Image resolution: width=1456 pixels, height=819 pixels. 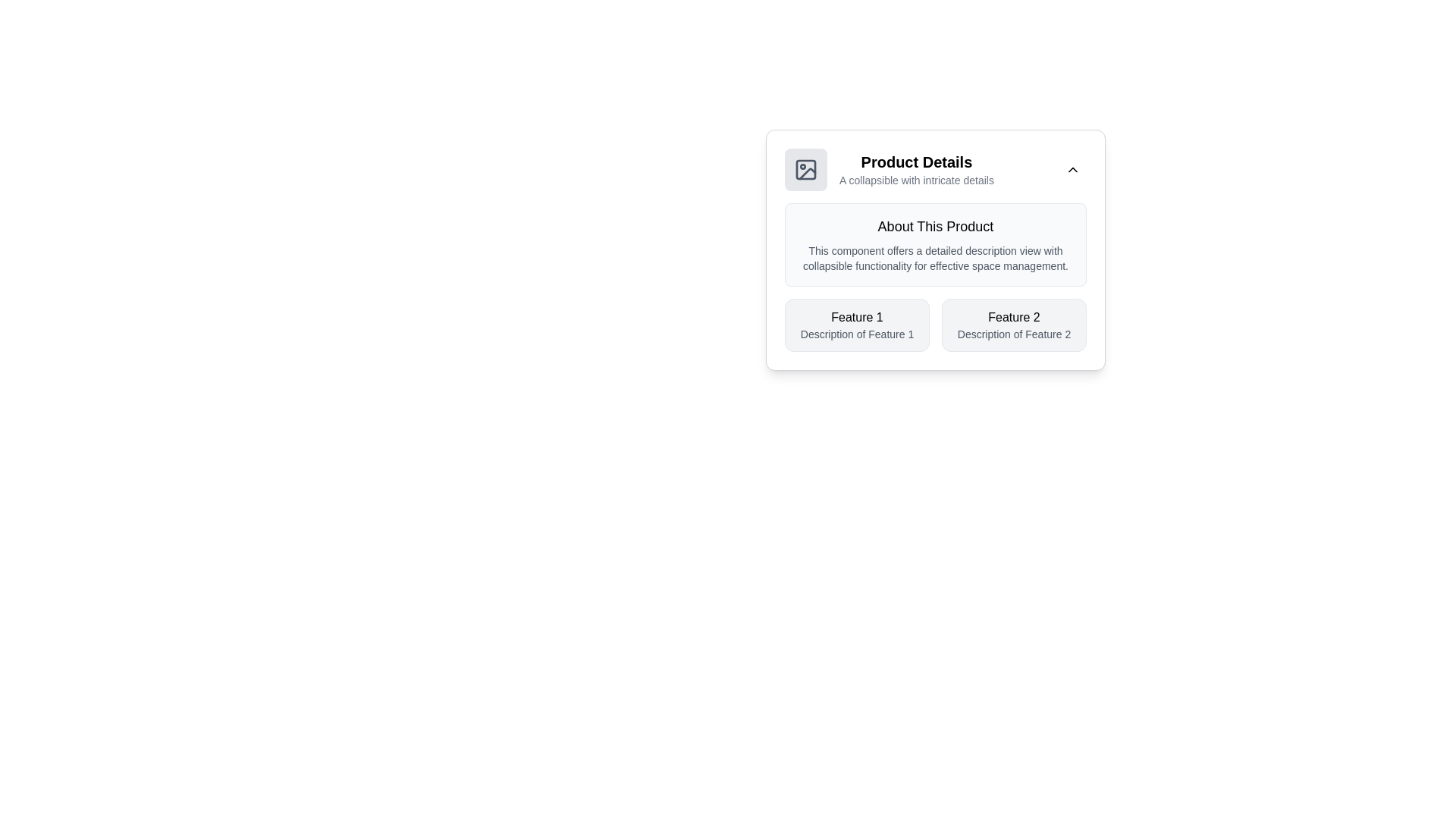 I want to click on the Chevron icon located in the top-right corner of the 'Product Details' section, so click(x=1072, y=169).